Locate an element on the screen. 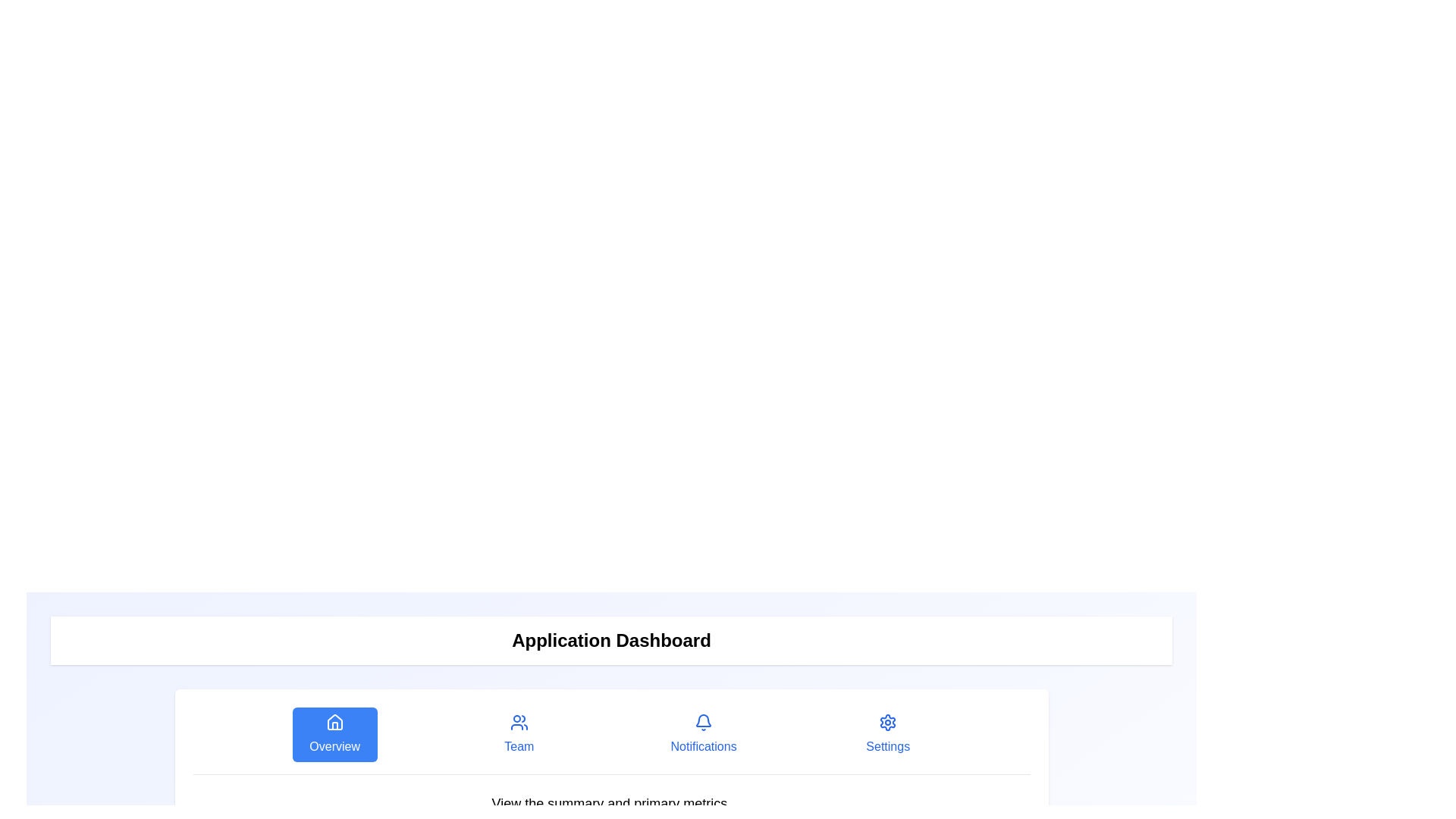 The width and height of the screenshot is (1456, 819). the Notifications button, which features a bell icon and the text 'Notifications' in blue on a white background is located at coordinates (703, 733).